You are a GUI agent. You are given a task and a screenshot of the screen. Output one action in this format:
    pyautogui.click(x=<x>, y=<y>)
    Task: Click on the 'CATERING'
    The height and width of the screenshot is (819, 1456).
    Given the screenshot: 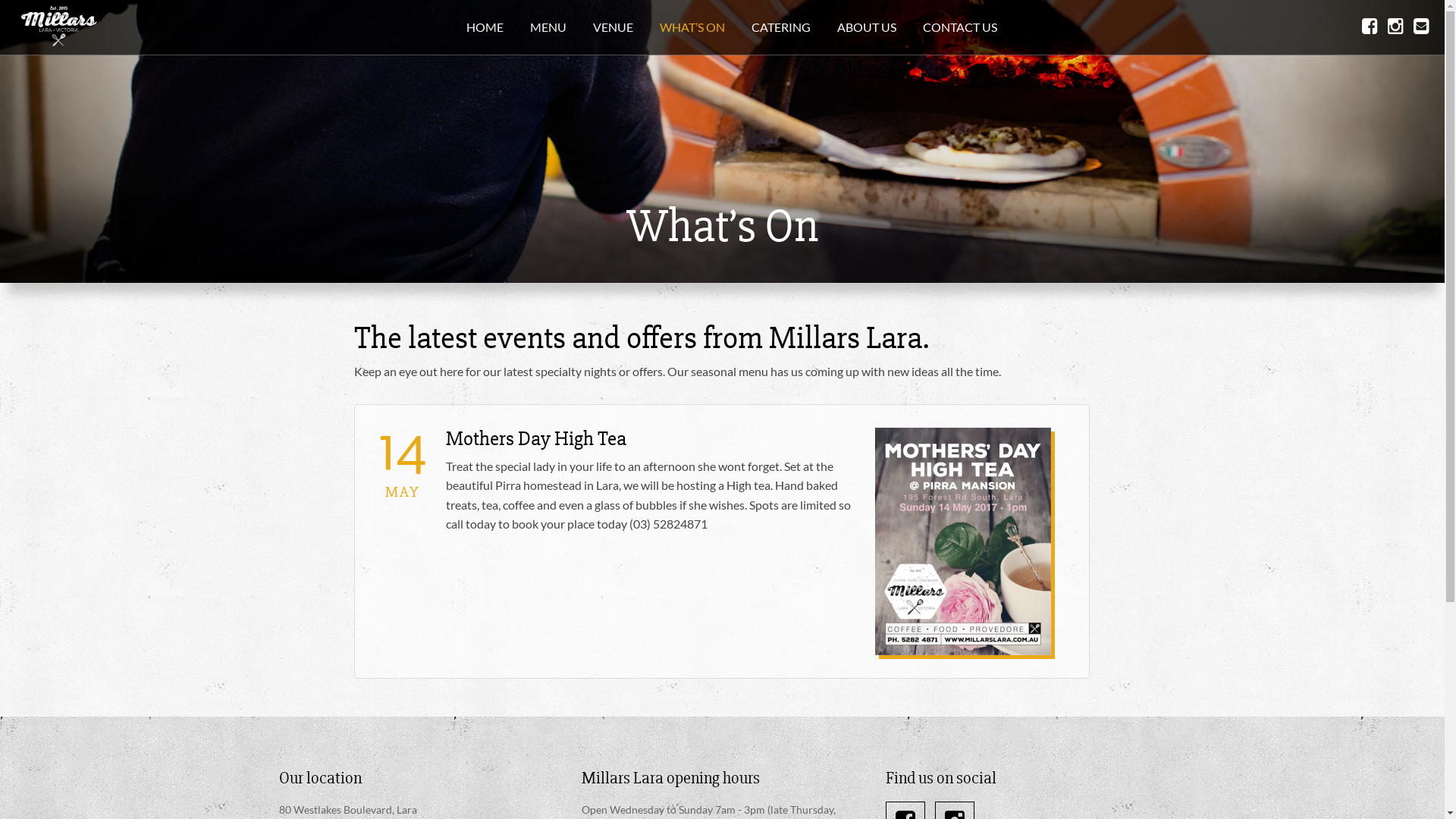 What is the action you would take?
    pyautogui.click(x=781, y=27)
    